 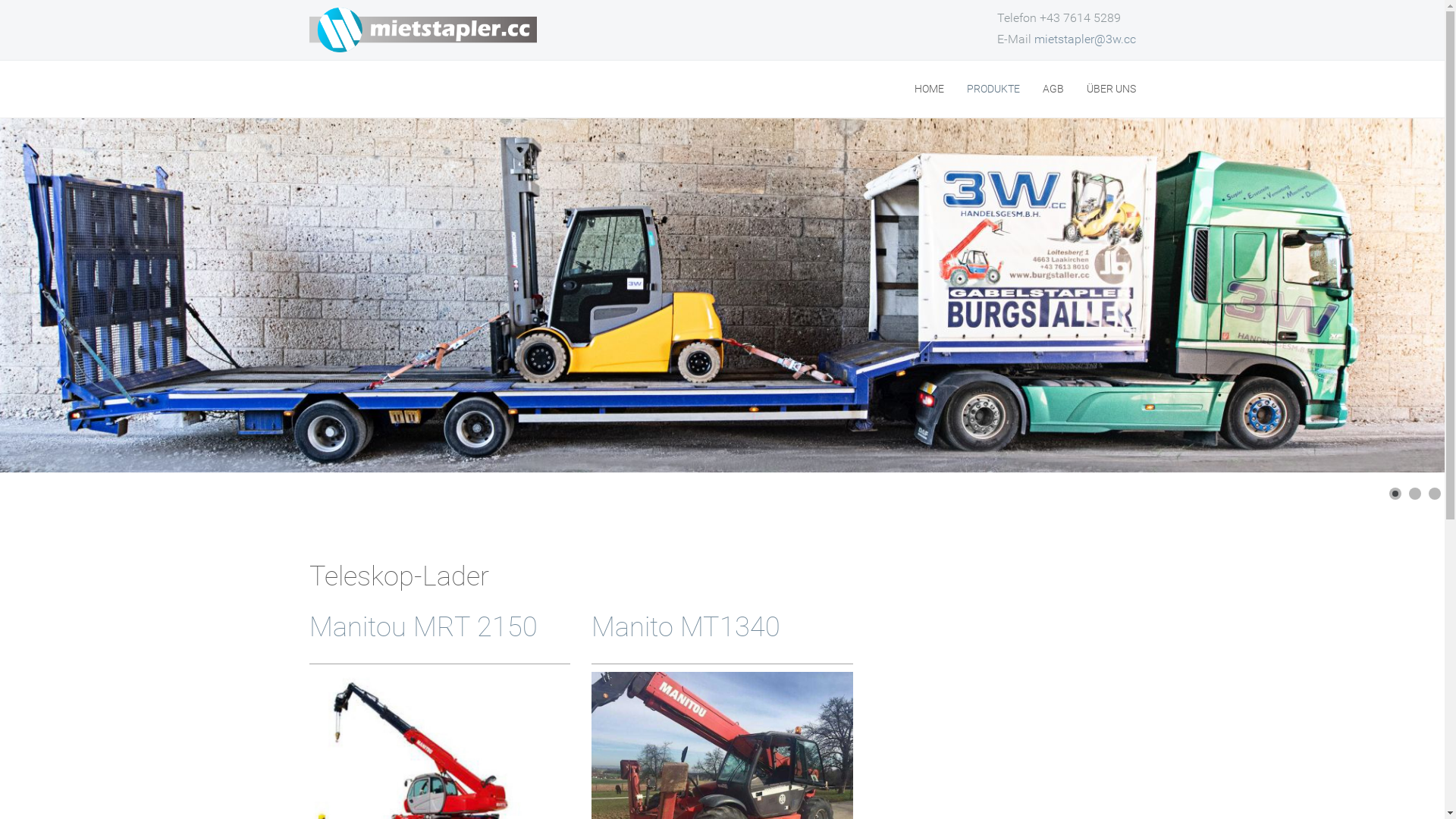 What do you see at coordinates (928, 89) in the screenshot?
I see `'HOME'` at bounding box center [928, 89].